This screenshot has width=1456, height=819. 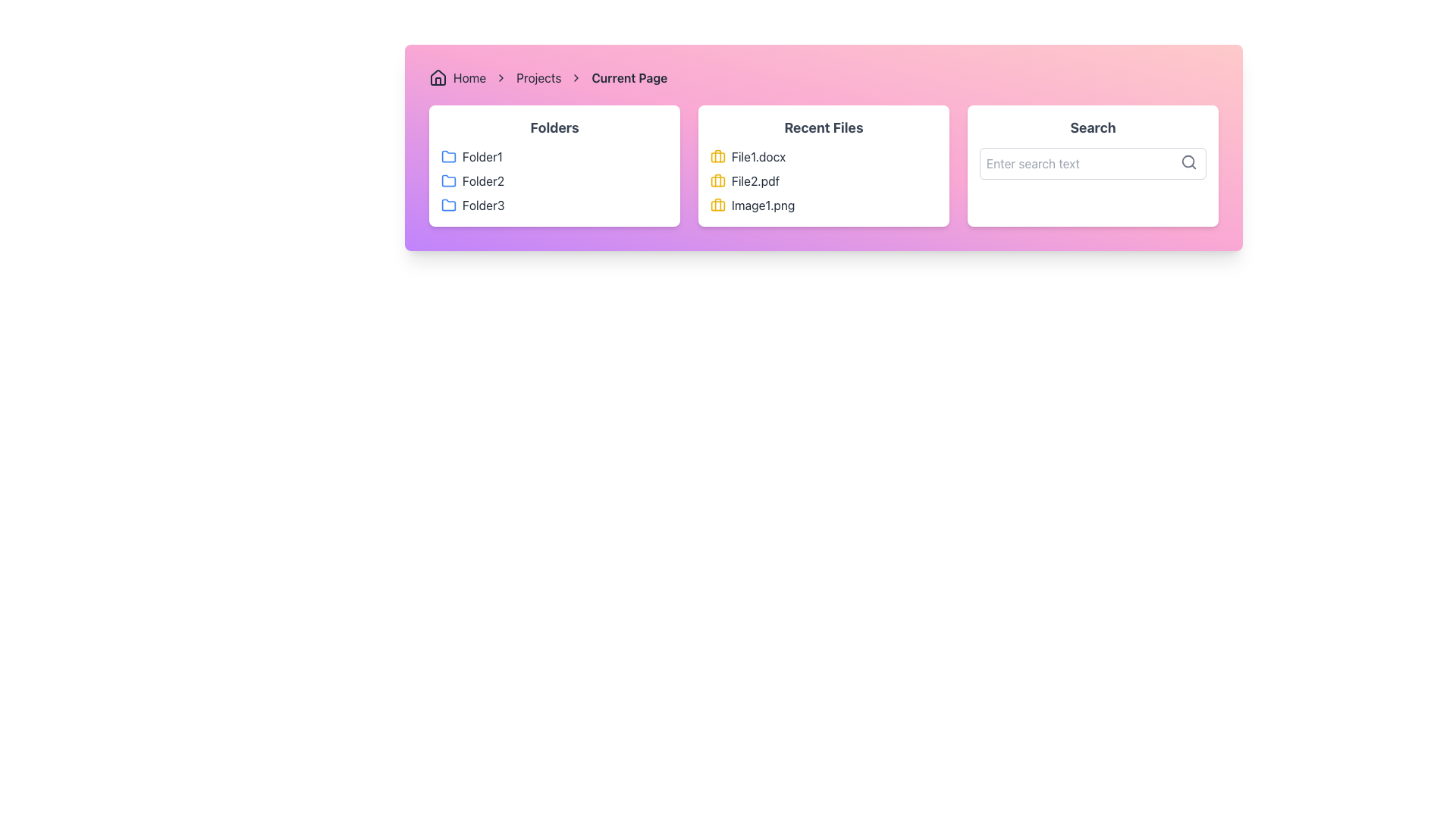 What do you see at coordinates (447, 205) in the screenshot?
I see `the folder icon adjacent to the text label 'Folder3'` at bounding box center [447, 205].